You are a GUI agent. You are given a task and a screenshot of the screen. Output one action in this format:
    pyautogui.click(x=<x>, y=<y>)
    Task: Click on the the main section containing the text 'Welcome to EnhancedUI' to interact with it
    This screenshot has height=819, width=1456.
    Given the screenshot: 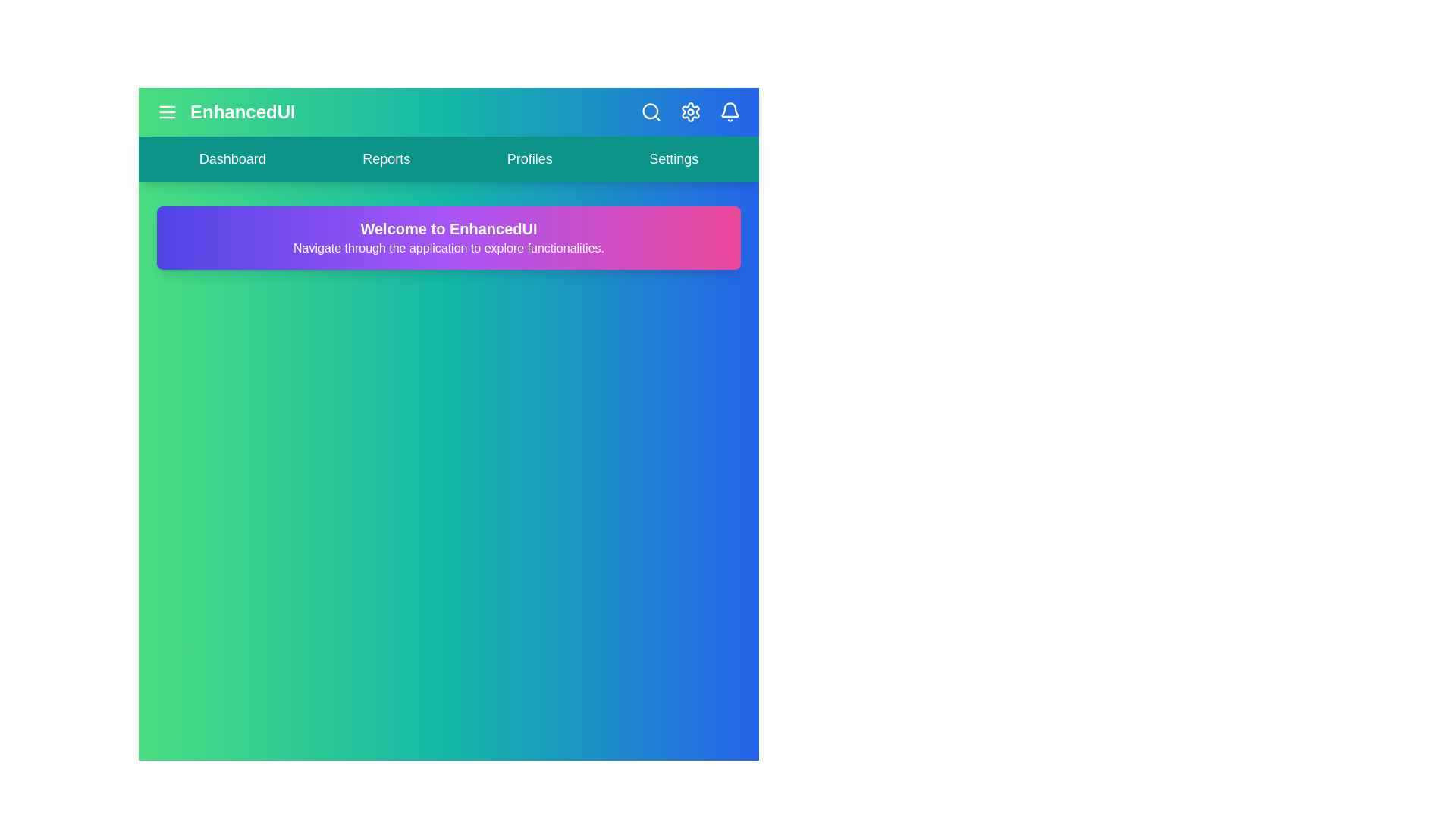 What is the action you would take?
    pyautogui.click(x=447, y=237)
    